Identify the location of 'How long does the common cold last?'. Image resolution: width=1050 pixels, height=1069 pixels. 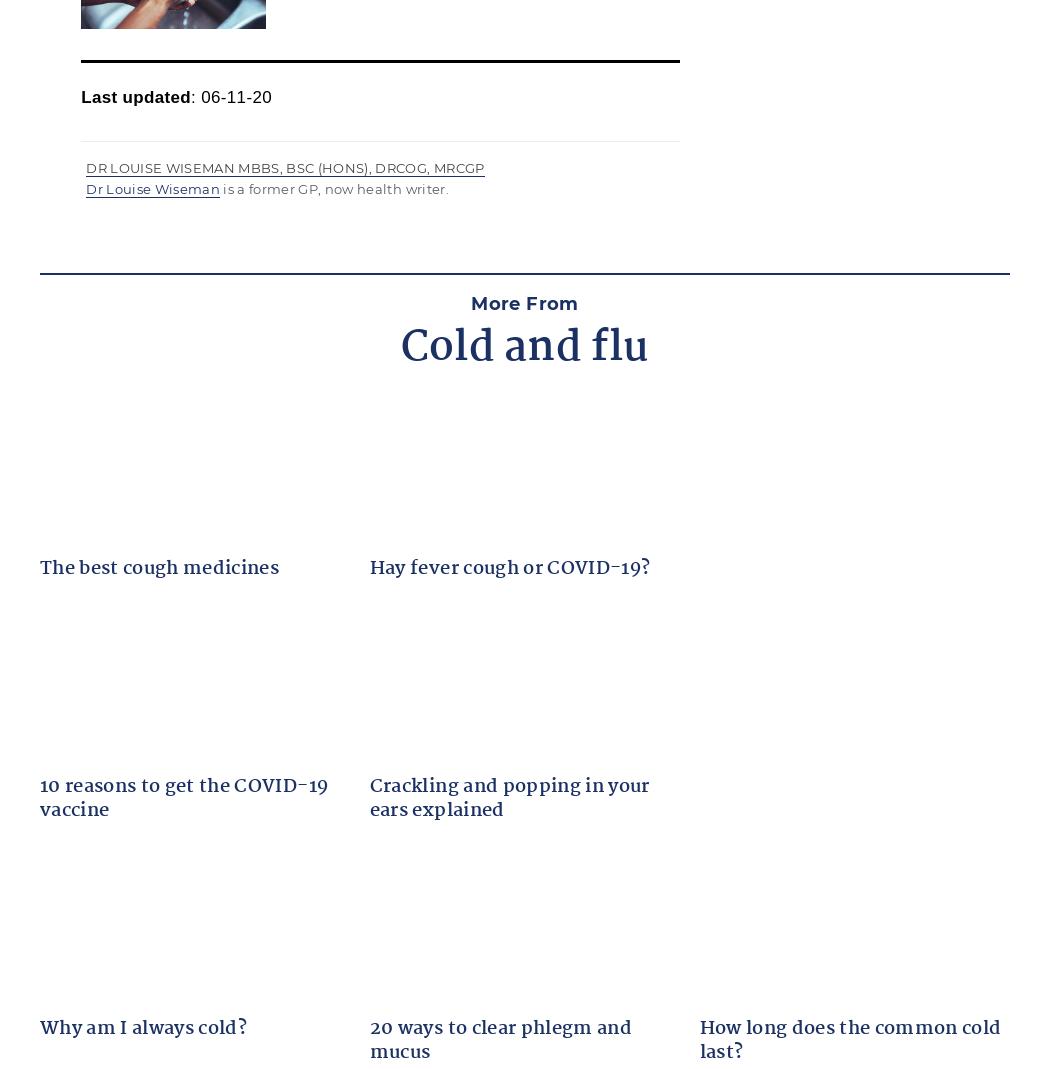
(849, 1040).